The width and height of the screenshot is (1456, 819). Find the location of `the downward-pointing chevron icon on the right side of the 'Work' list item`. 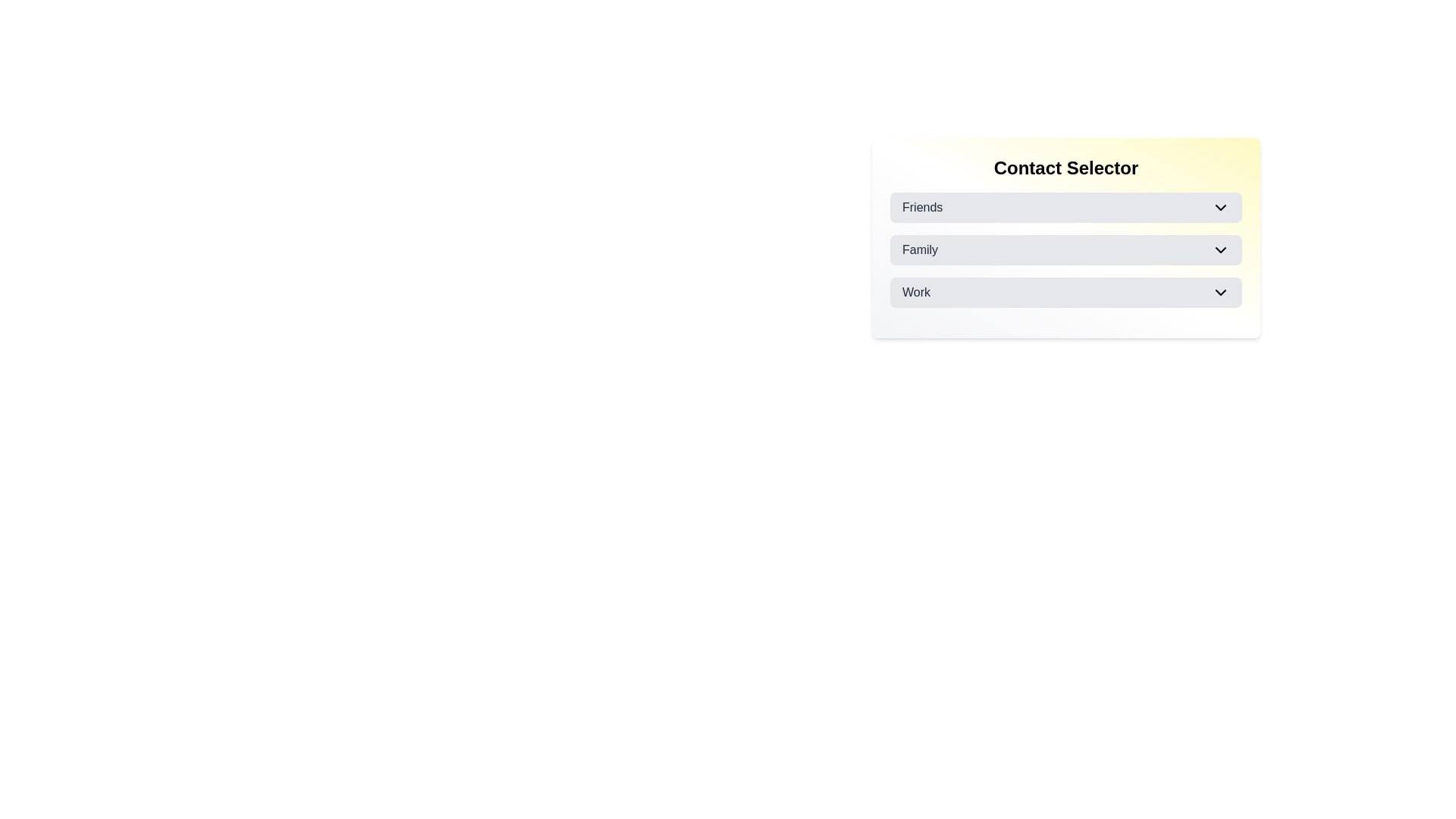

the downward-pointing chevron icon on the right side of the 'Work' list item is located at coordinates (1220, 292).